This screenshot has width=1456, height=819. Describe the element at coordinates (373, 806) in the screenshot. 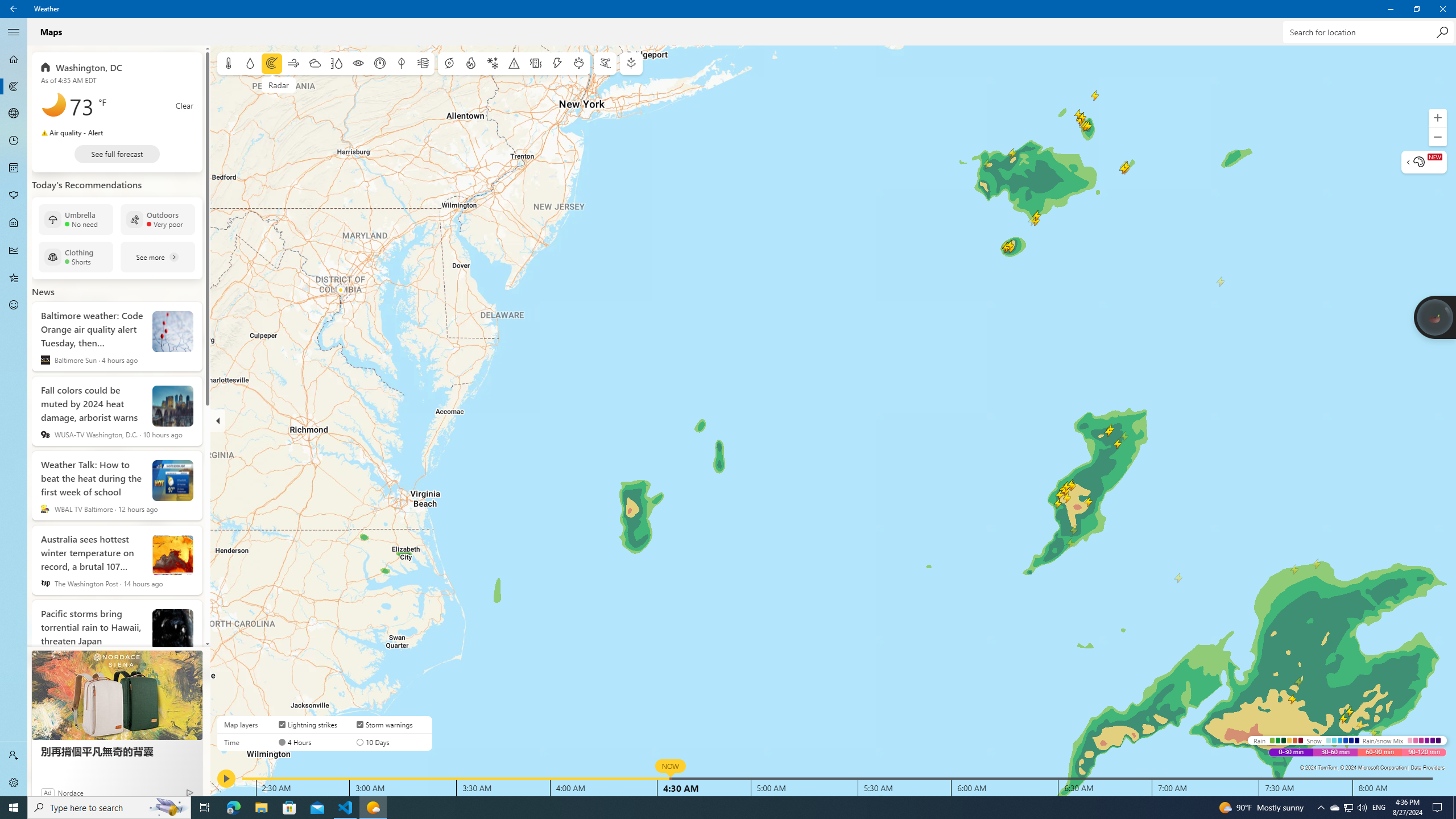

I see `'Weather - 1 running window'` at that location.